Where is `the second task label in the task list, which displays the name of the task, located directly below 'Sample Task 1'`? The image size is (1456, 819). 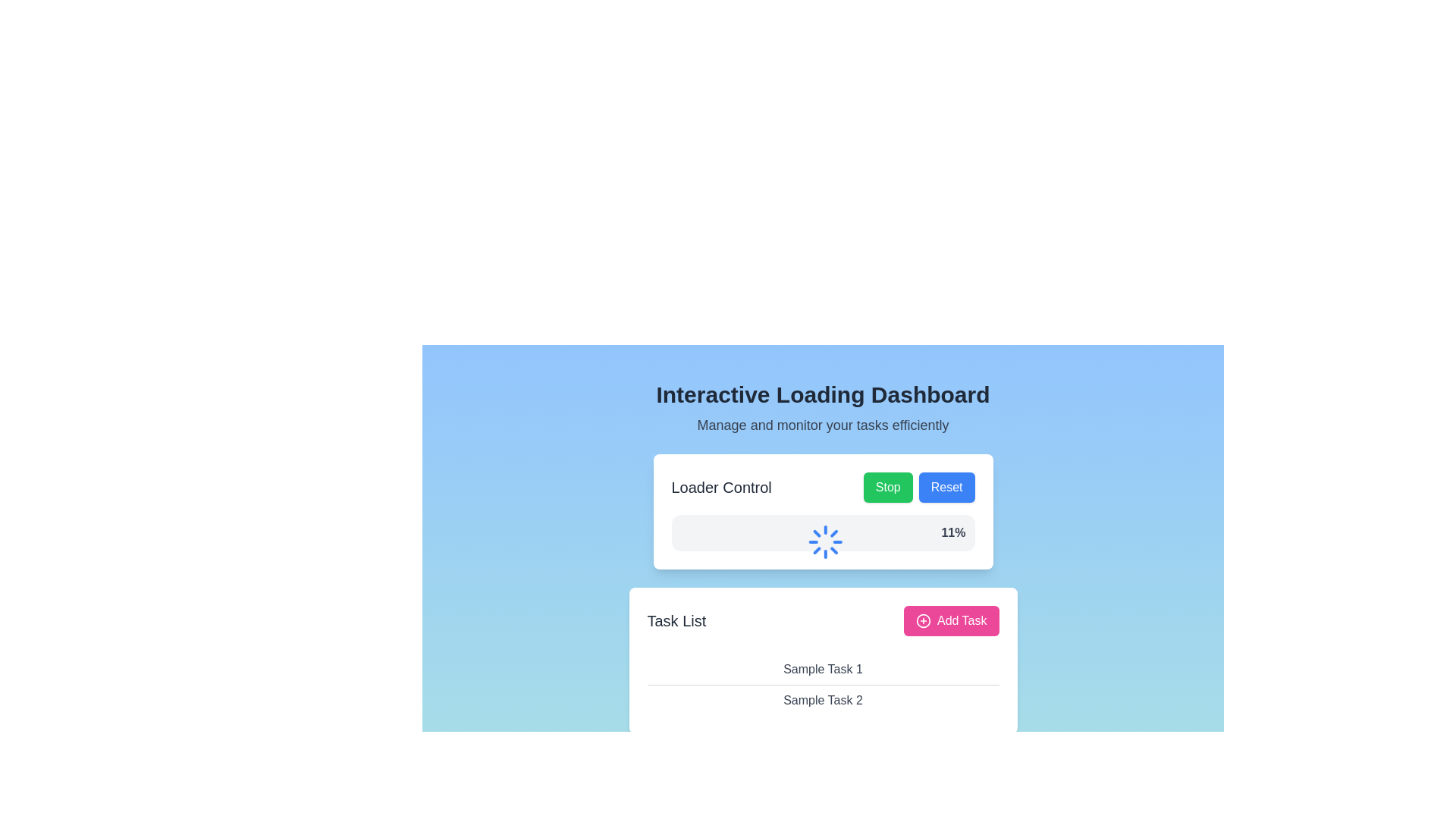 the second task label in the task list, which displays the name of the task, located directly below 'Sample Task 1' is located at coordinates (822, 700).